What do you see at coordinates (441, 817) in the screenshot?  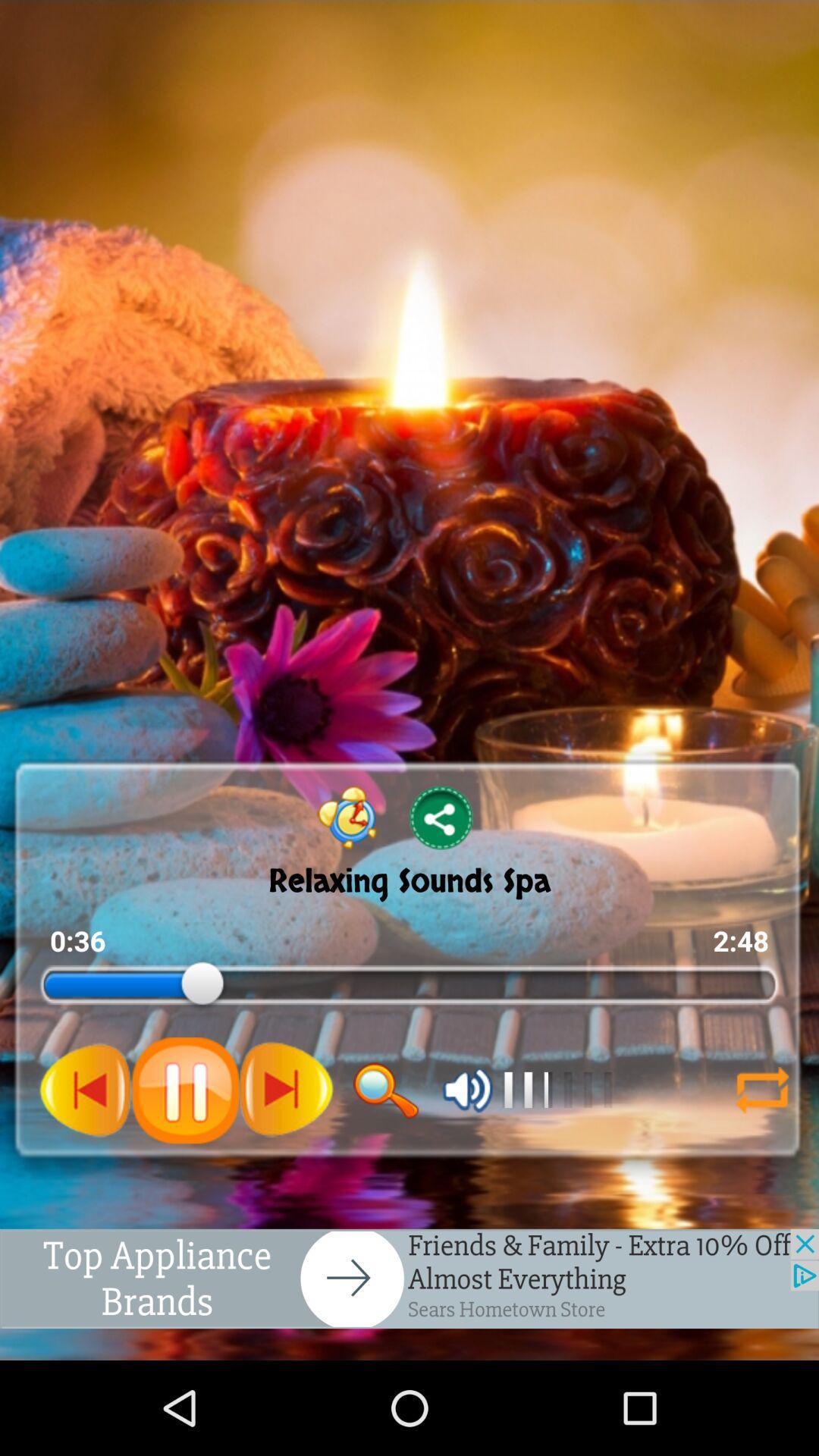 I see `share page` at bounding box center [441, 817].